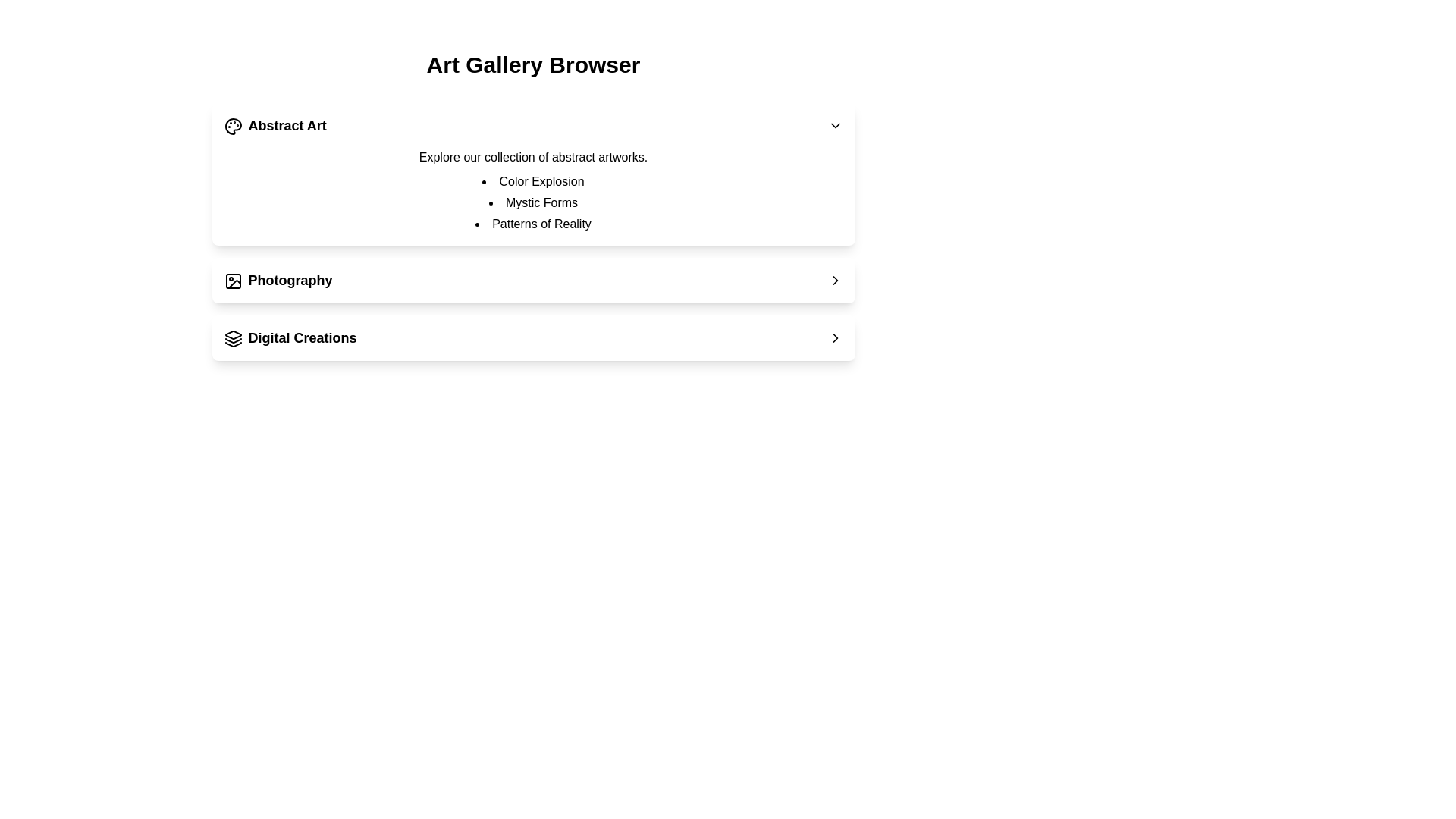 Image resolution: width=1456 pixels, height=819 pixels. I want to click on the icon of the category header for Abstract Art, so click(232, 126).